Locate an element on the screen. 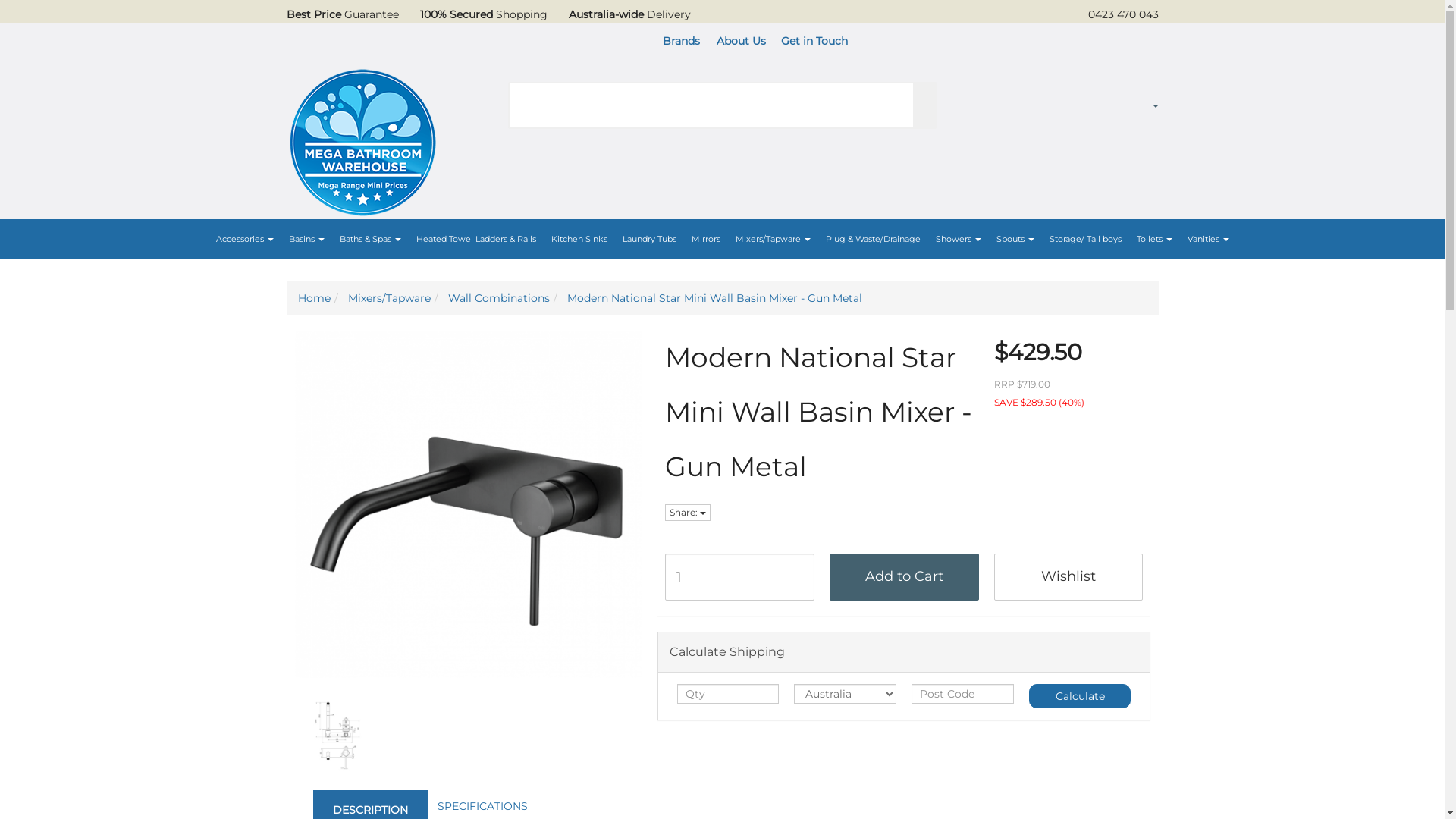  'Storage/ Tall boys' is located at coordinates (1040, 239).